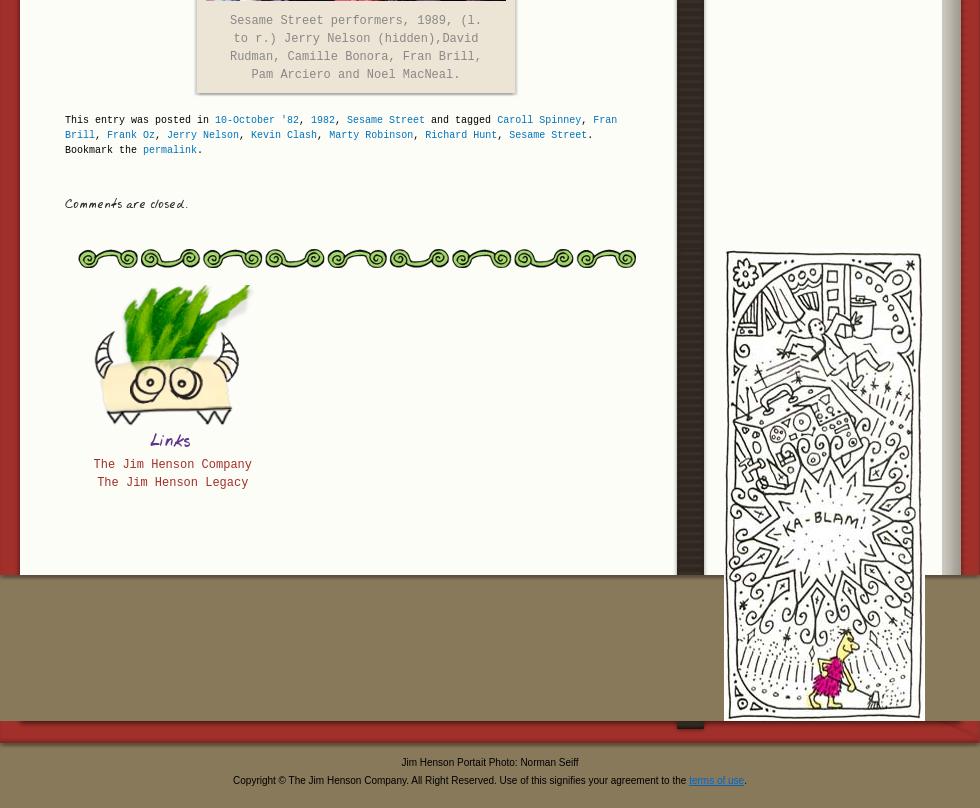 This screenshot has width=980, height=808. Describe the element at coordinates (131, 134) in the screenshot. I see `'Frank Oz'` at that location.